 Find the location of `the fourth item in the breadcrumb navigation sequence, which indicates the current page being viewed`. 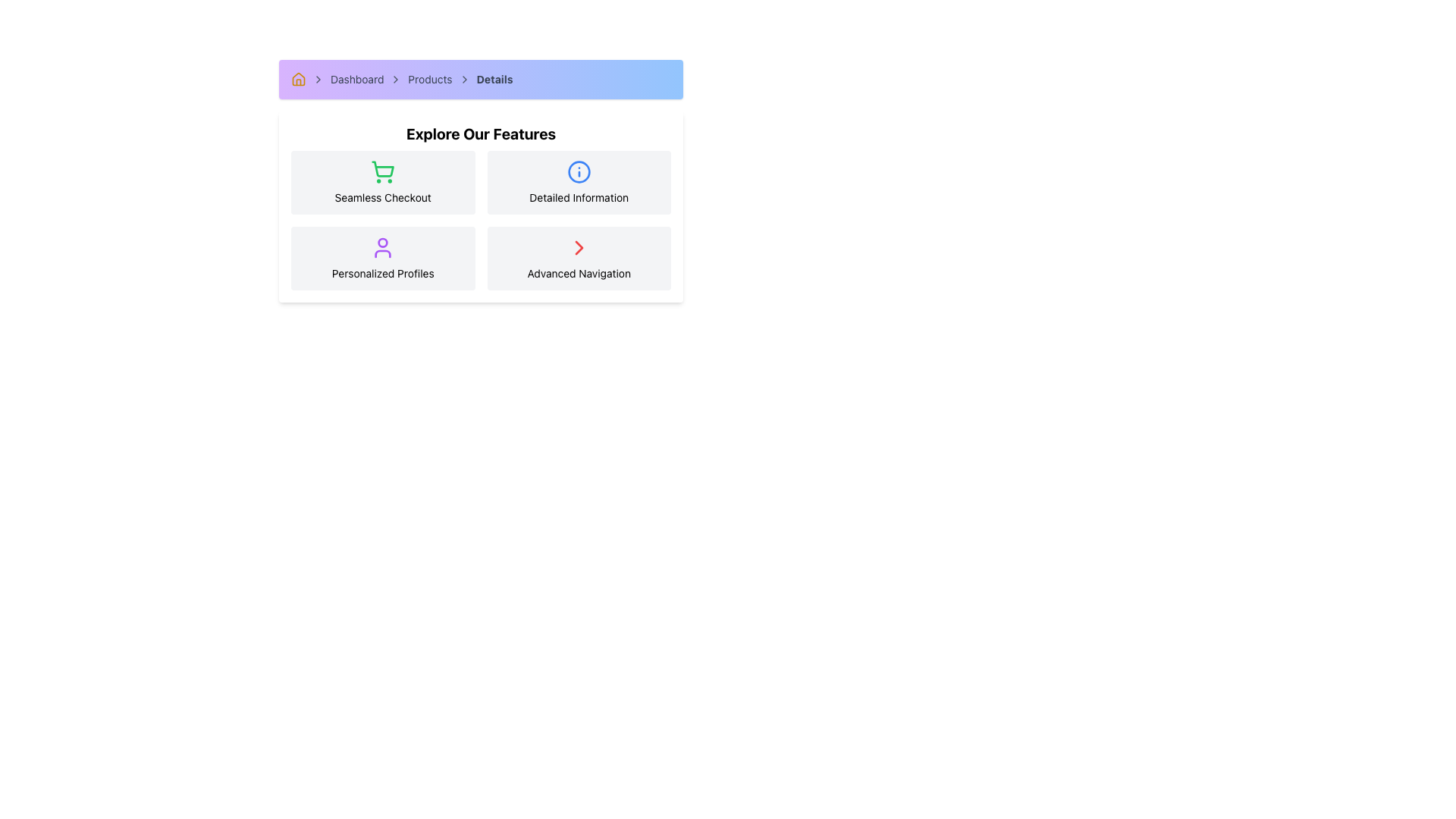

the fourth item in the breadcrumb navigation sequence, which indicates the current page being viewed is located at coordinates (494, 79).